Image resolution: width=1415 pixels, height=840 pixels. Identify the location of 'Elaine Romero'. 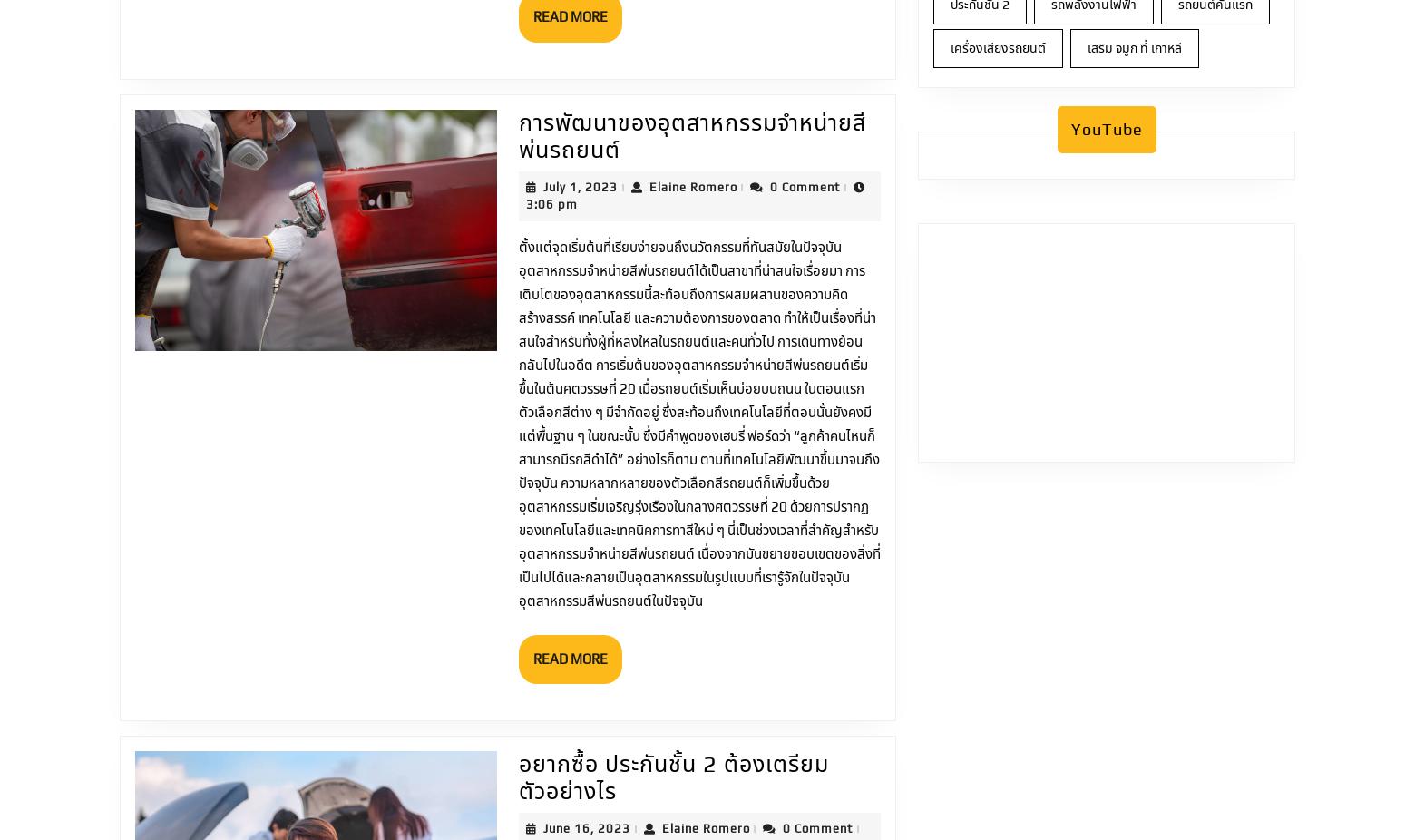
(732, 81).